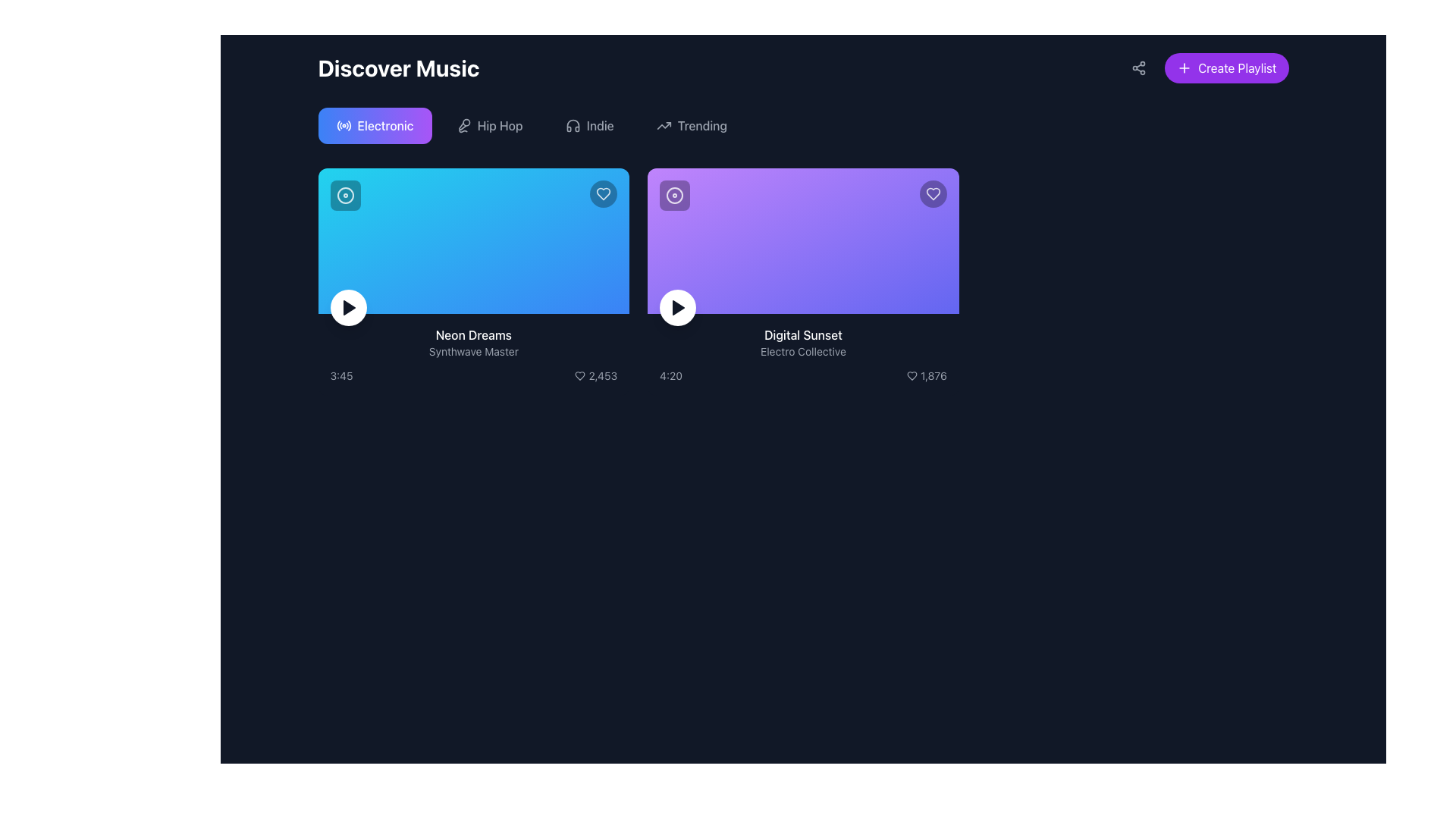 The width and height of the screenshot is (1456, 819). What do you see at coordinates (802, 351) in the screenshot?
I see `the text label displaying 'Electro Collective' for accessibility purposes, located beneath the title 'Digital Sunset' in the card area` at bounding box center [802, 351].